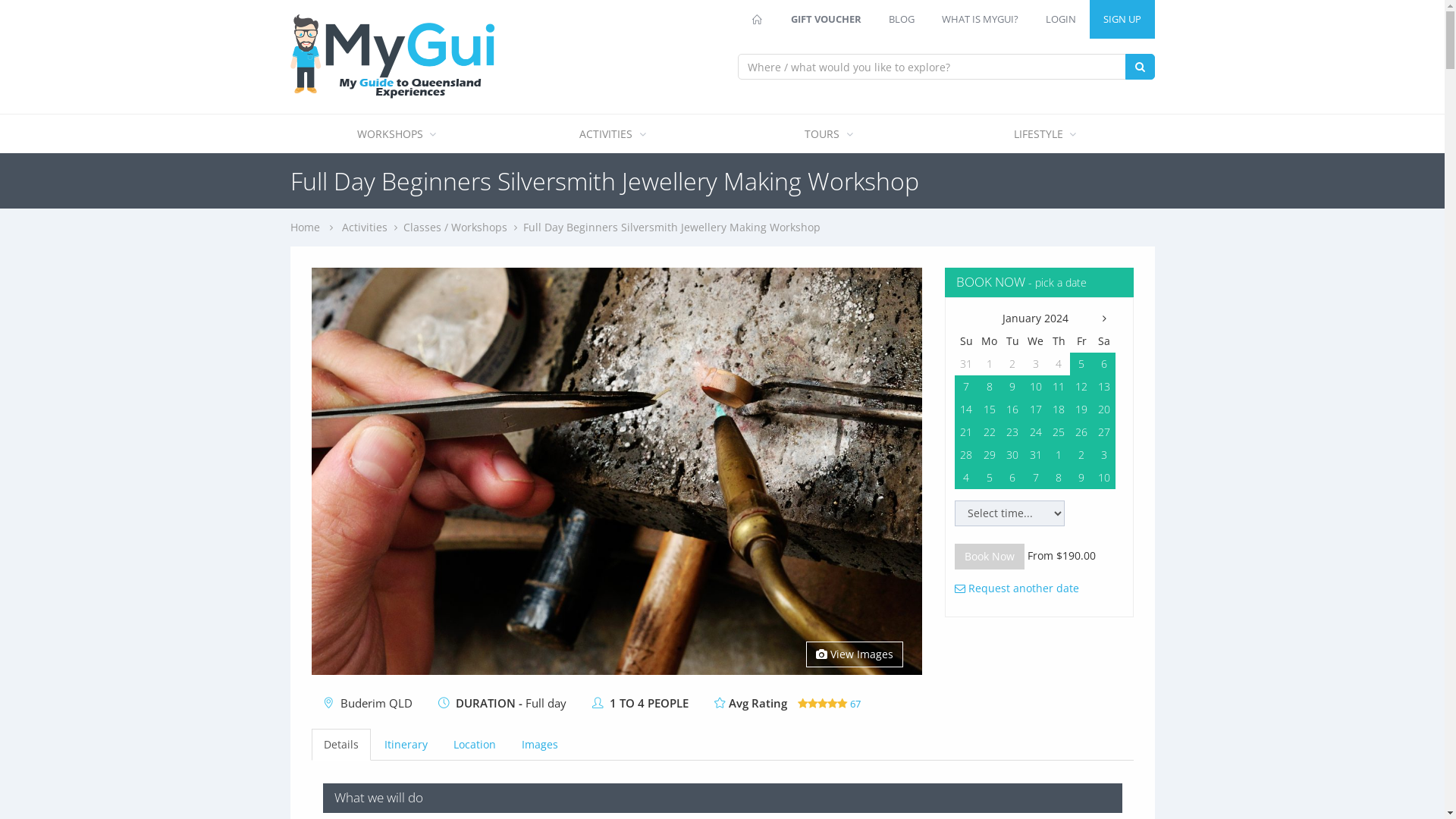  What do you see at coordinates (405, 744) in the screenshot?
I see `'Itinerary'` at bounding box center [405, 744].